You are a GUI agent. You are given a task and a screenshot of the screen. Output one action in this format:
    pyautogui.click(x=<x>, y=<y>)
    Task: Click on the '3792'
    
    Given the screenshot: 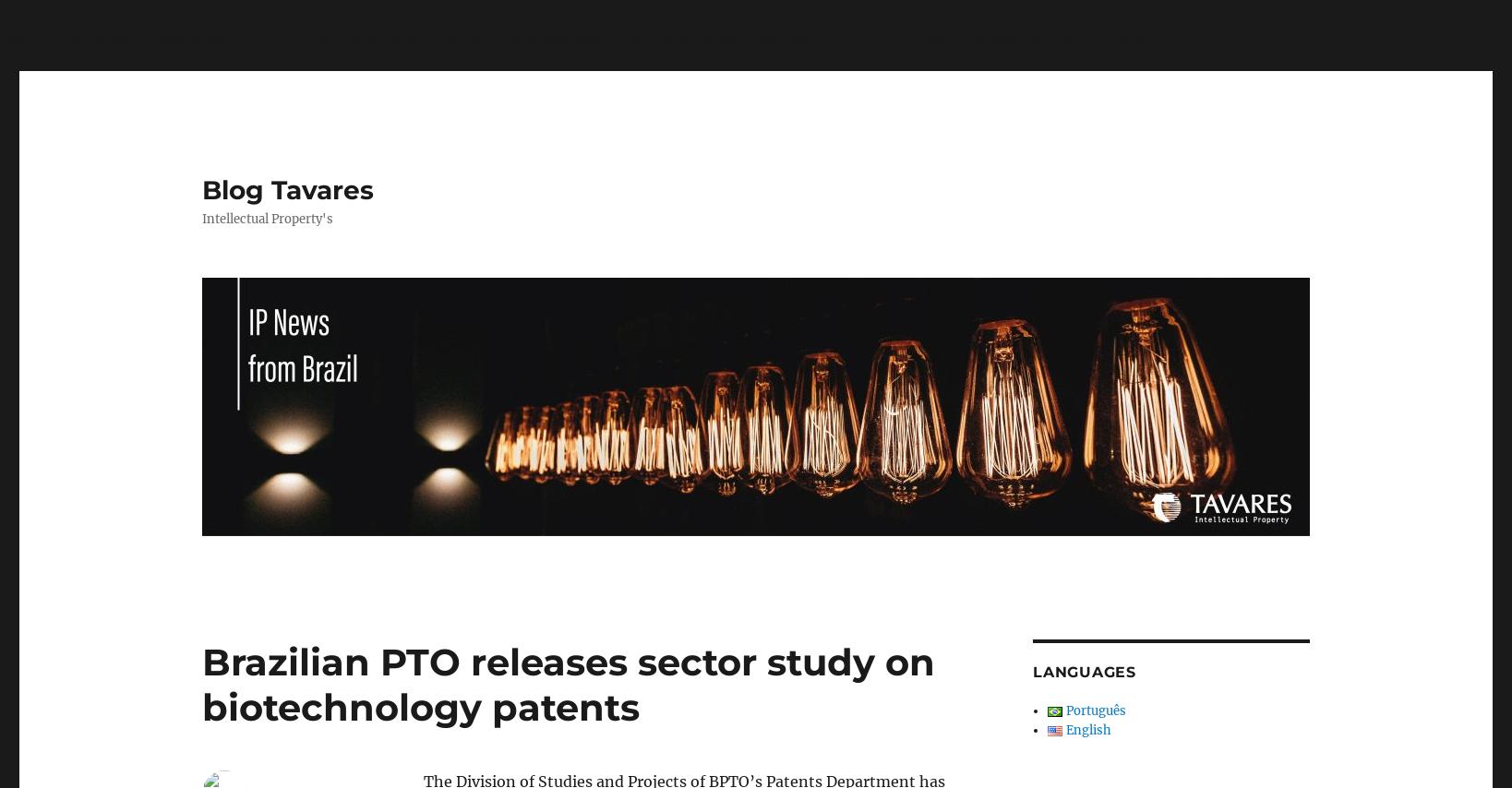 What is the action you would take?
    pyautogui.click(x=1220, y=39)
    